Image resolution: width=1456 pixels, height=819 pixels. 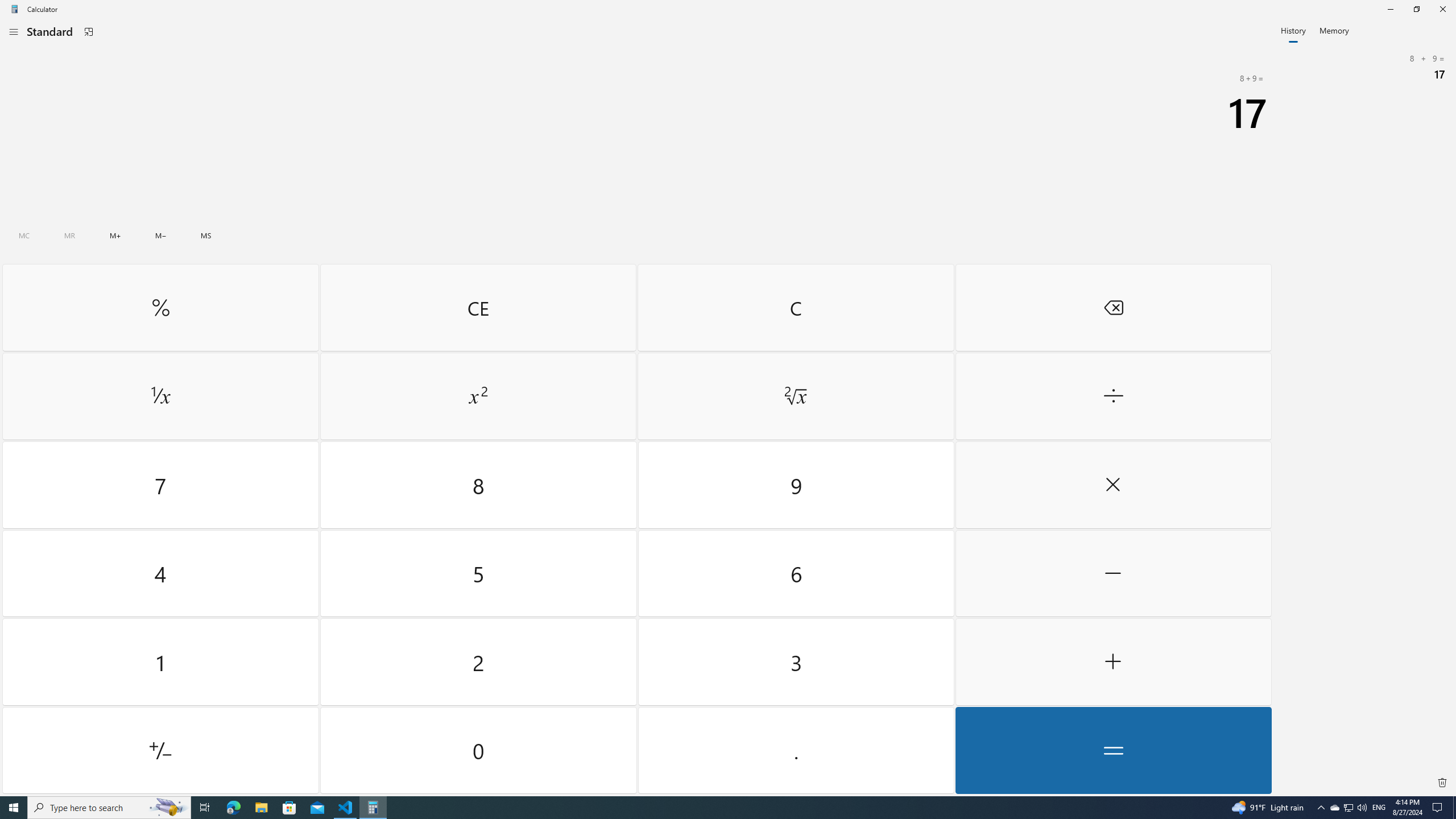 What do you see at coordinates (14, 31) in the screenshot?
I see `'Open Navigation'` at bounding box center [14, 31].